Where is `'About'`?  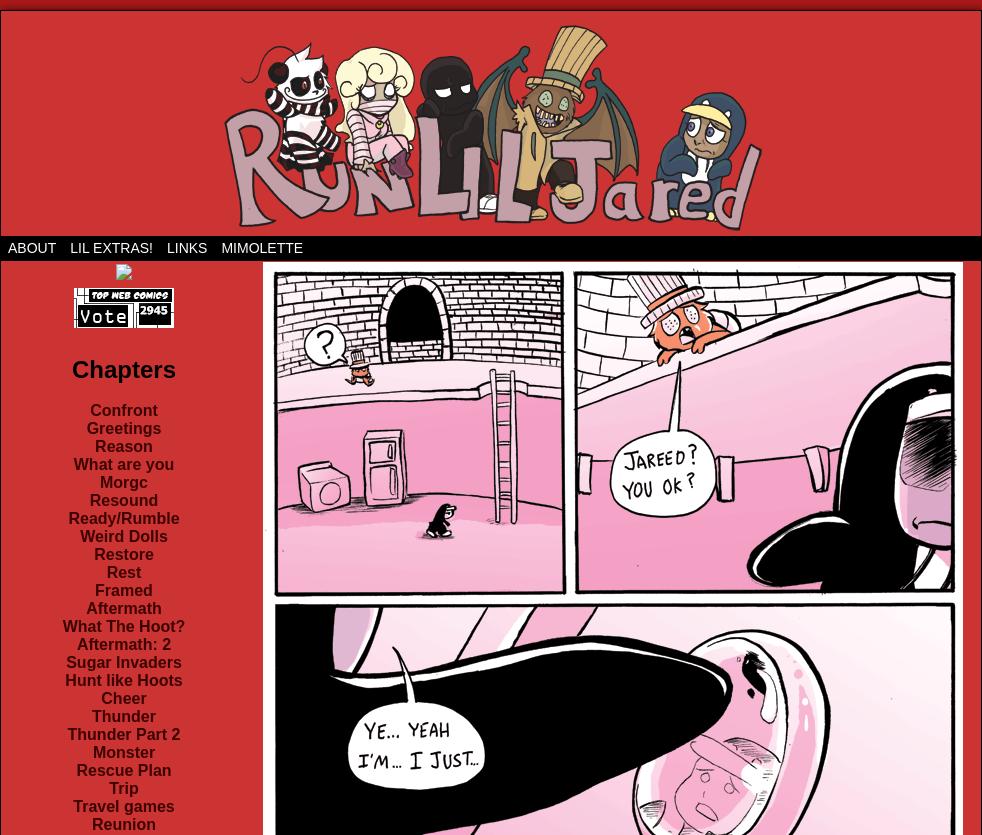 'About' is located at coordinates (31, 247).